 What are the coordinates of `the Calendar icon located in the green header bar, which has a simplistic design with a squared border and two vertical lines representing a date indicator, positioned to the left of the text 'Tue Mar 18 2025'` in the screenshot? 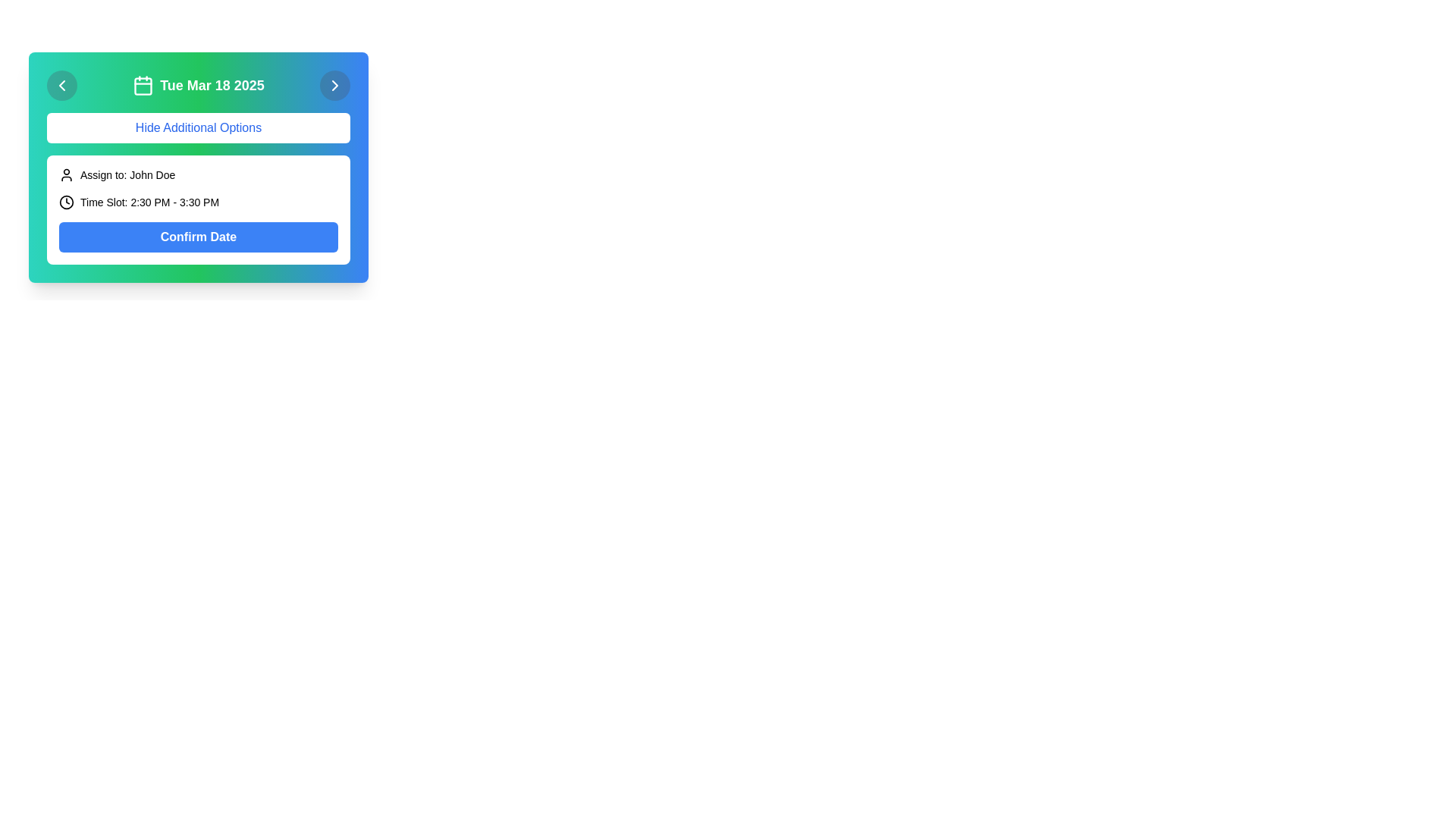 It's located at (143, 85).